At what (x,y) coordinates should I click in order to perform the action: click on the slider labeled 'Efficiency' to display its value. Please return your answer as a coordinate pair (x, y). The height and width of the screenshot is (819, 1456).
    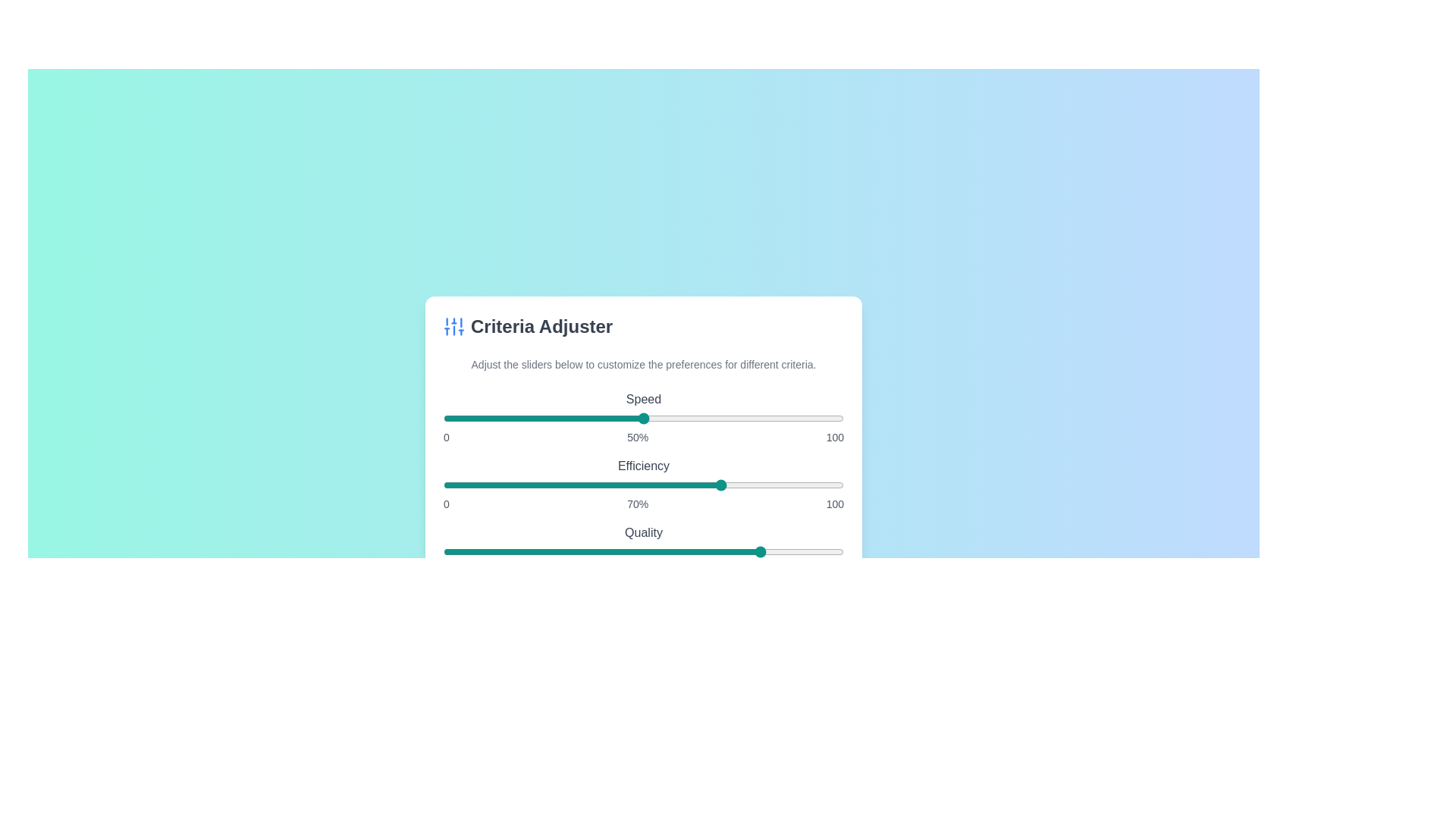
    Looking at the image, I should click on (644, 485).